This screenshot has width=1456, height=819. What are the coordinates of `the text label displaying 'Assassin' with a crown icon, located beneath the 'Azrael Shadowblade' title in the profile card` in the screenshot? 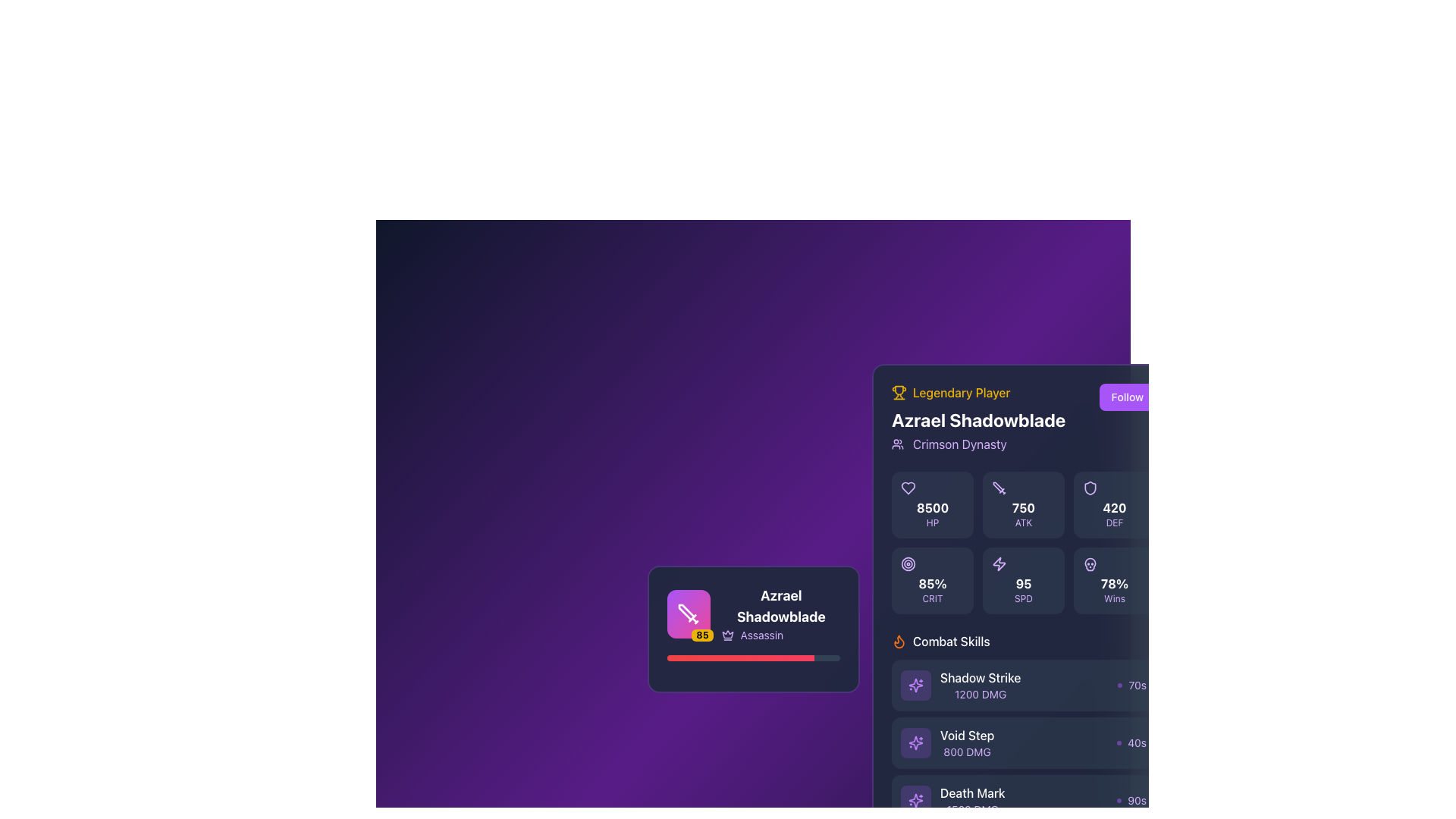 It's located at (780, 635).